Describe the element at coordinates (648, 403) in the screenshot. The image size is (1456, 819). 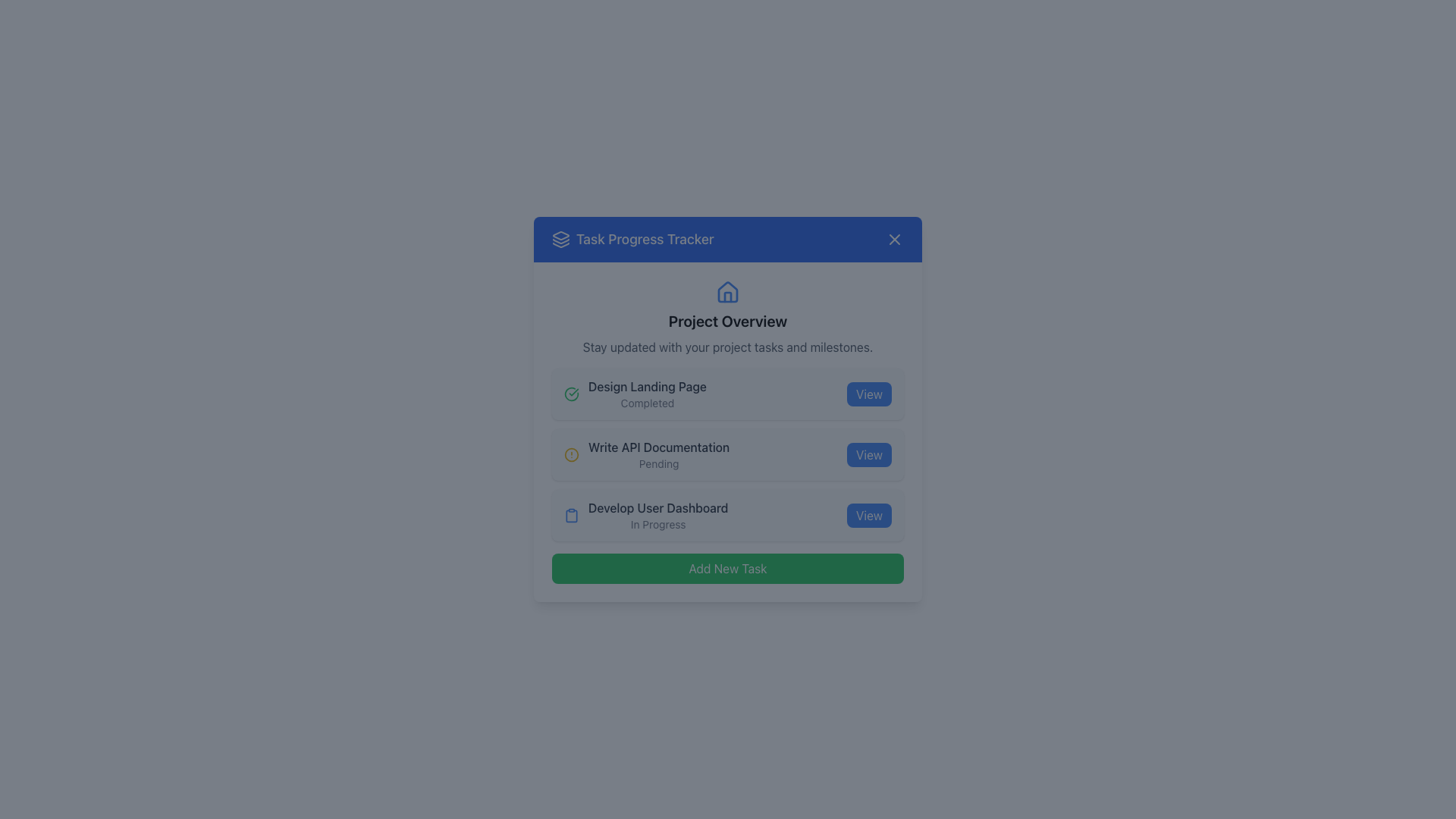
I see `the text label that reads 'Completed.' styled with a small font size and gray color, located below the 'Design Landing Page' text, serving as a status indicator in a task list` at that location.